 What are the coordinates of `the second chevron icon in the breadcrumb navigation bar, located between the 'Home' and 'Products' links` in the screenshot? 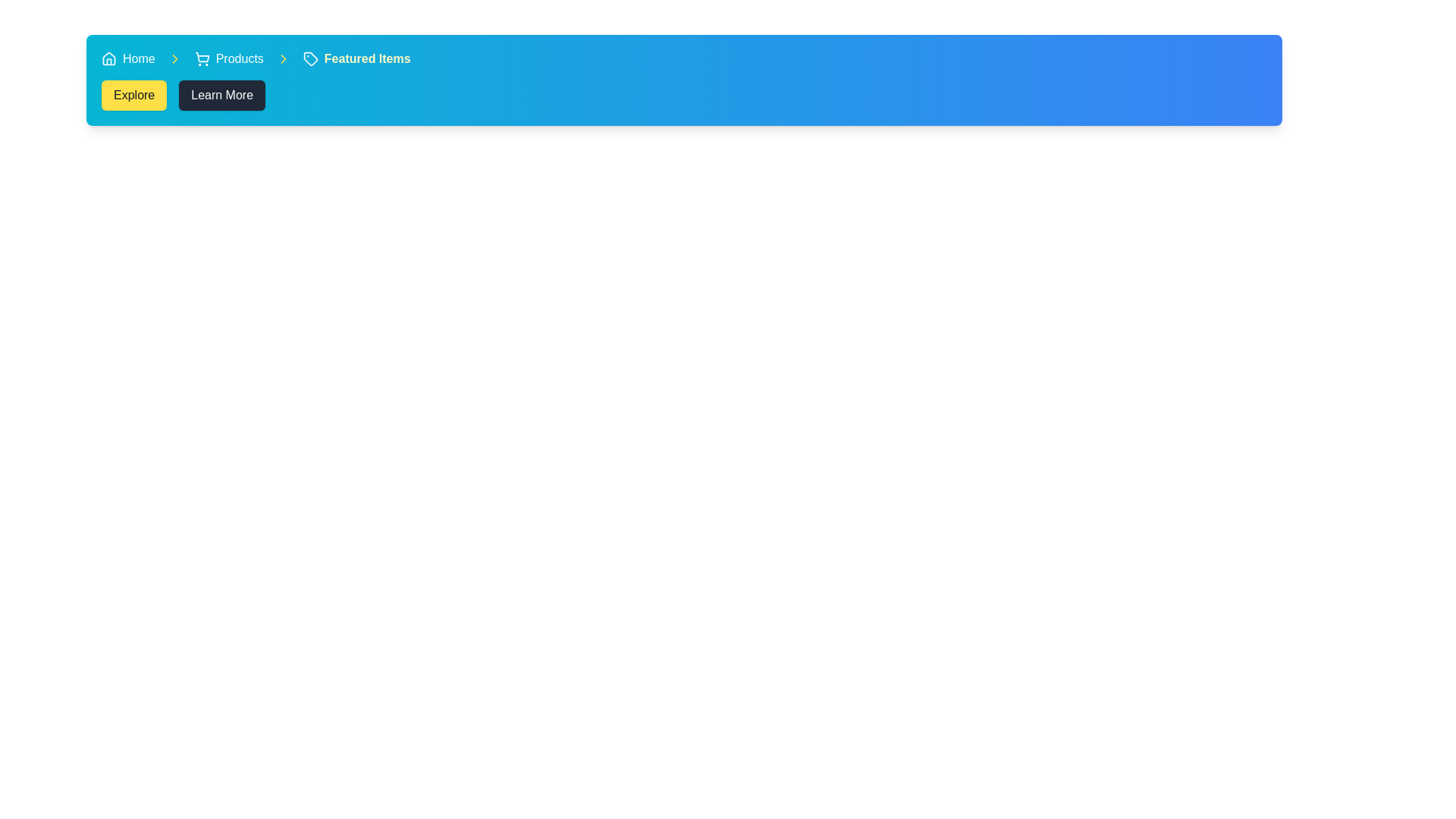 It's located at (174, 58).